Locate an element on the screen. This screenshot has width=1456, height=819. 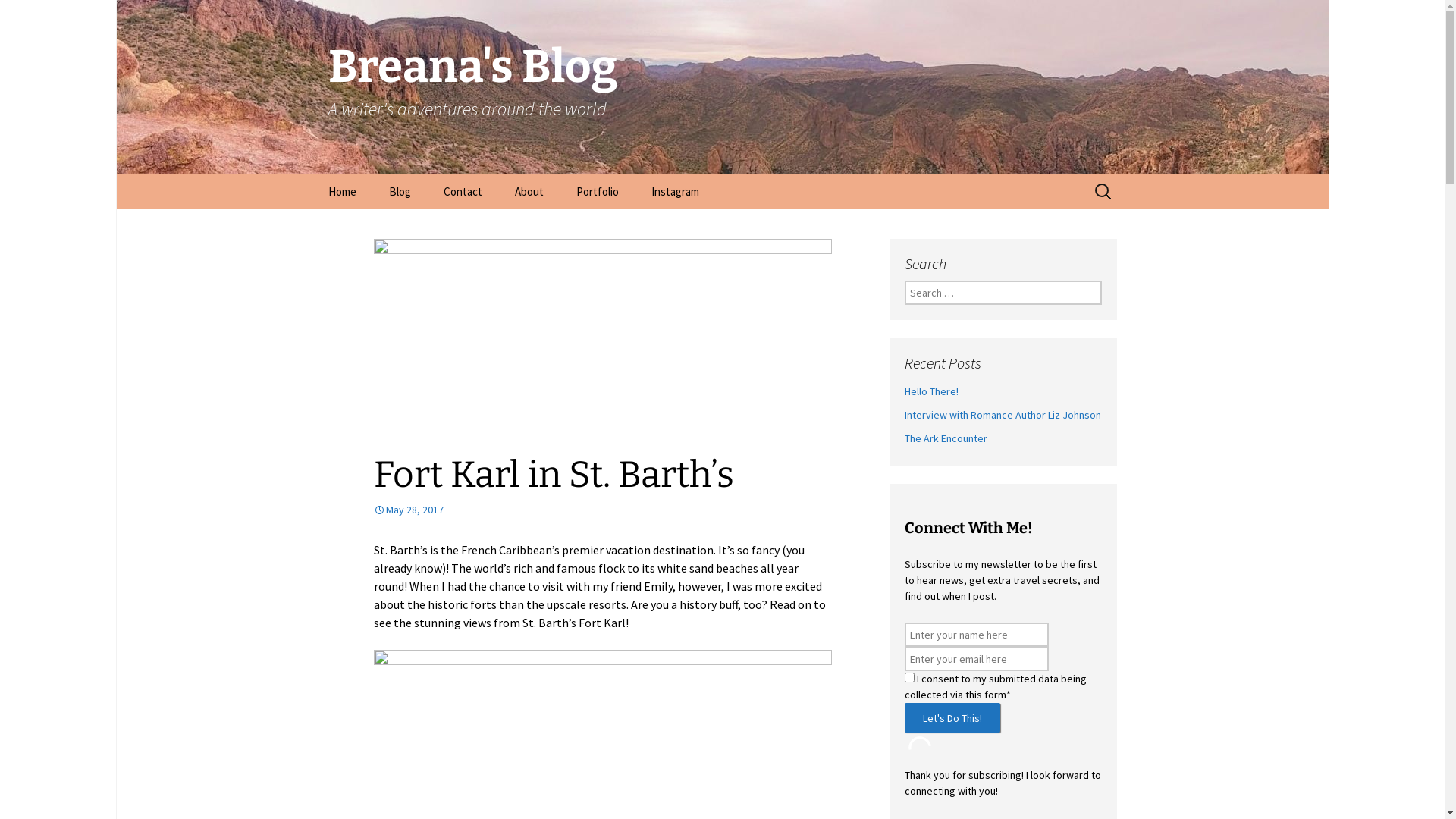
'Contact' is located at coordinates (461, 190).